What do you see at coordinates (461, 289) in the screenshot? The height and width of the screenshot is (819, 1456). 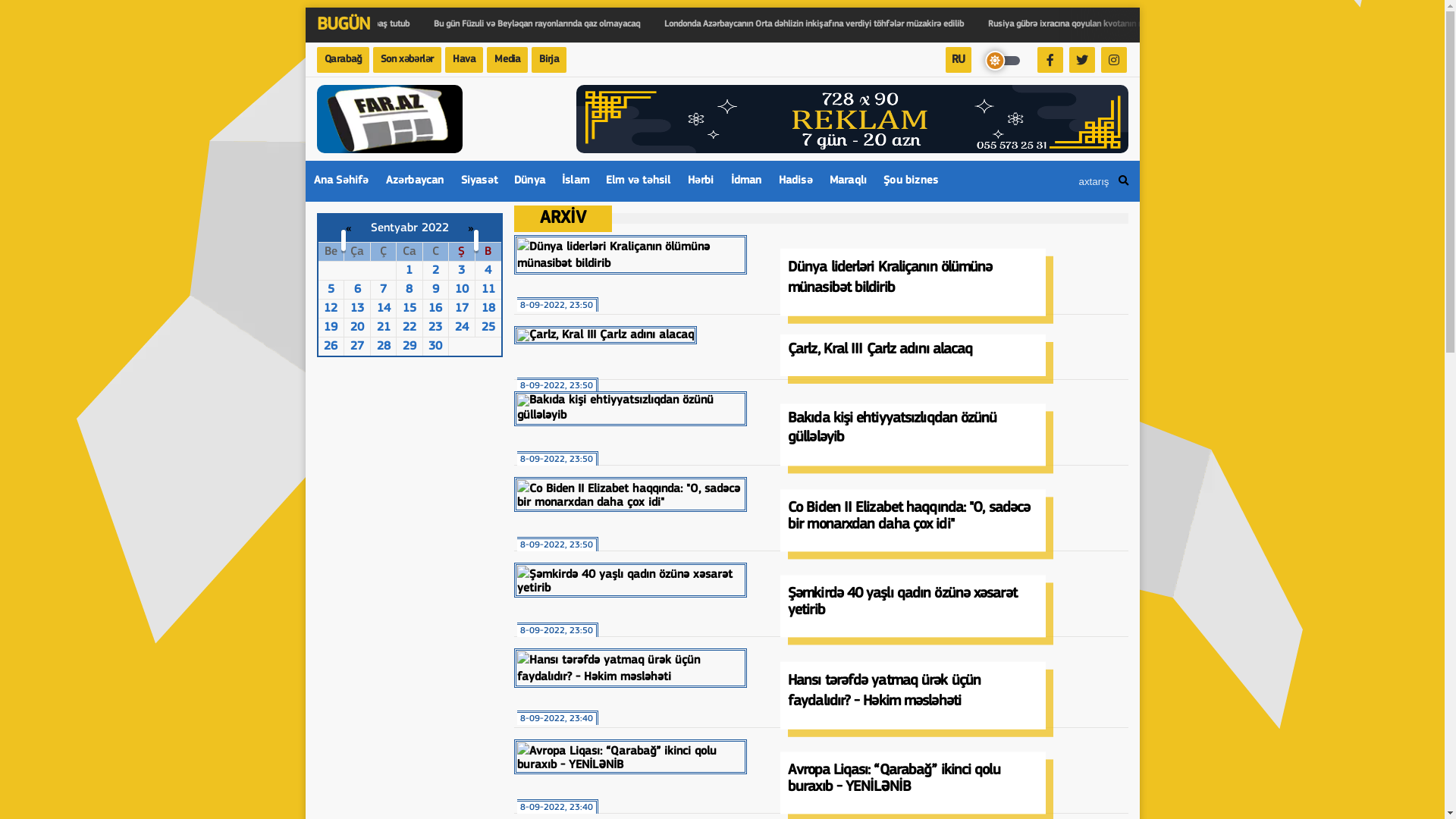 I see `'10'` at bounding box center [461, 289].